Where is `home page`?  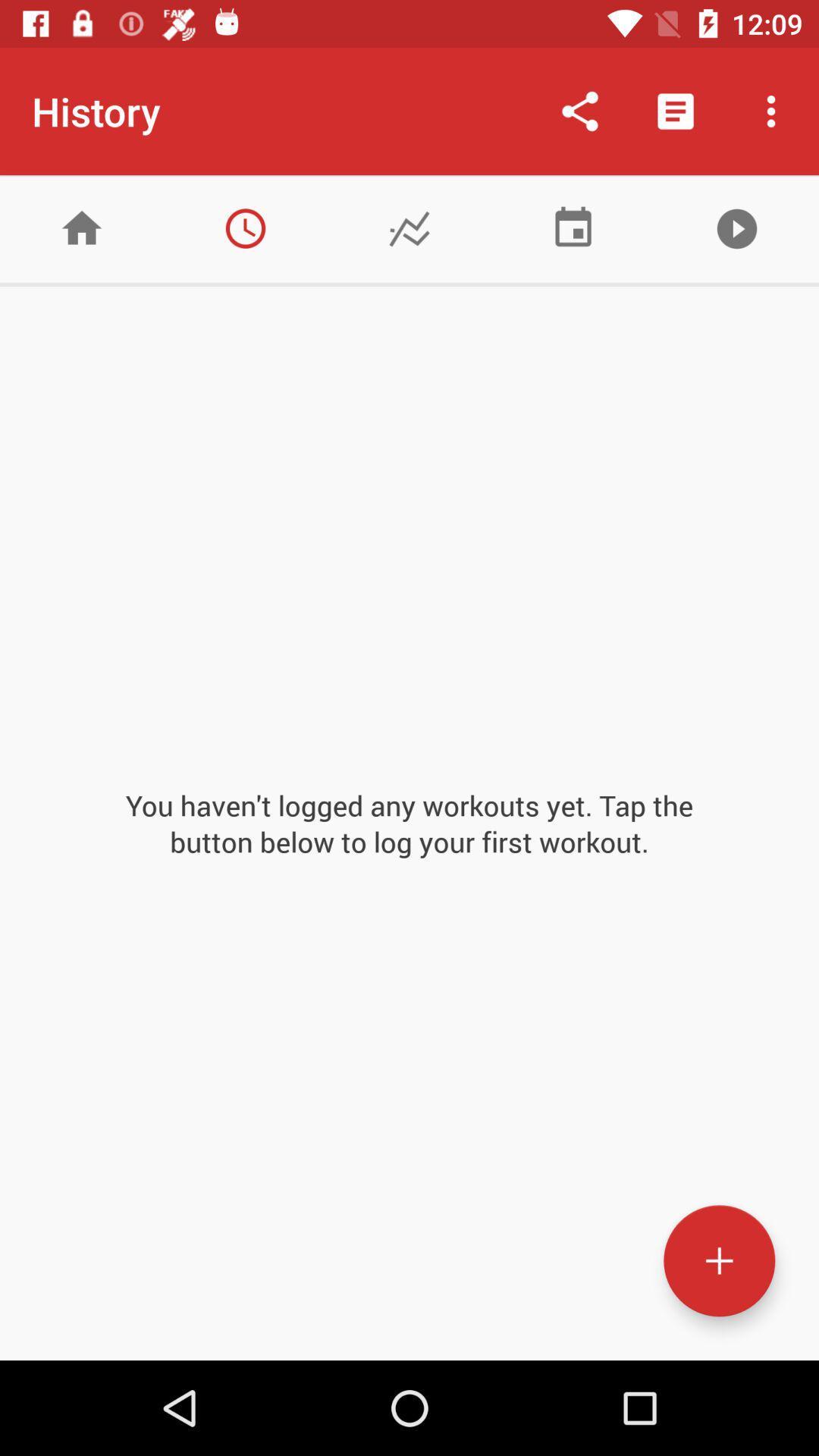 home page is located at coordinates (82, 227).